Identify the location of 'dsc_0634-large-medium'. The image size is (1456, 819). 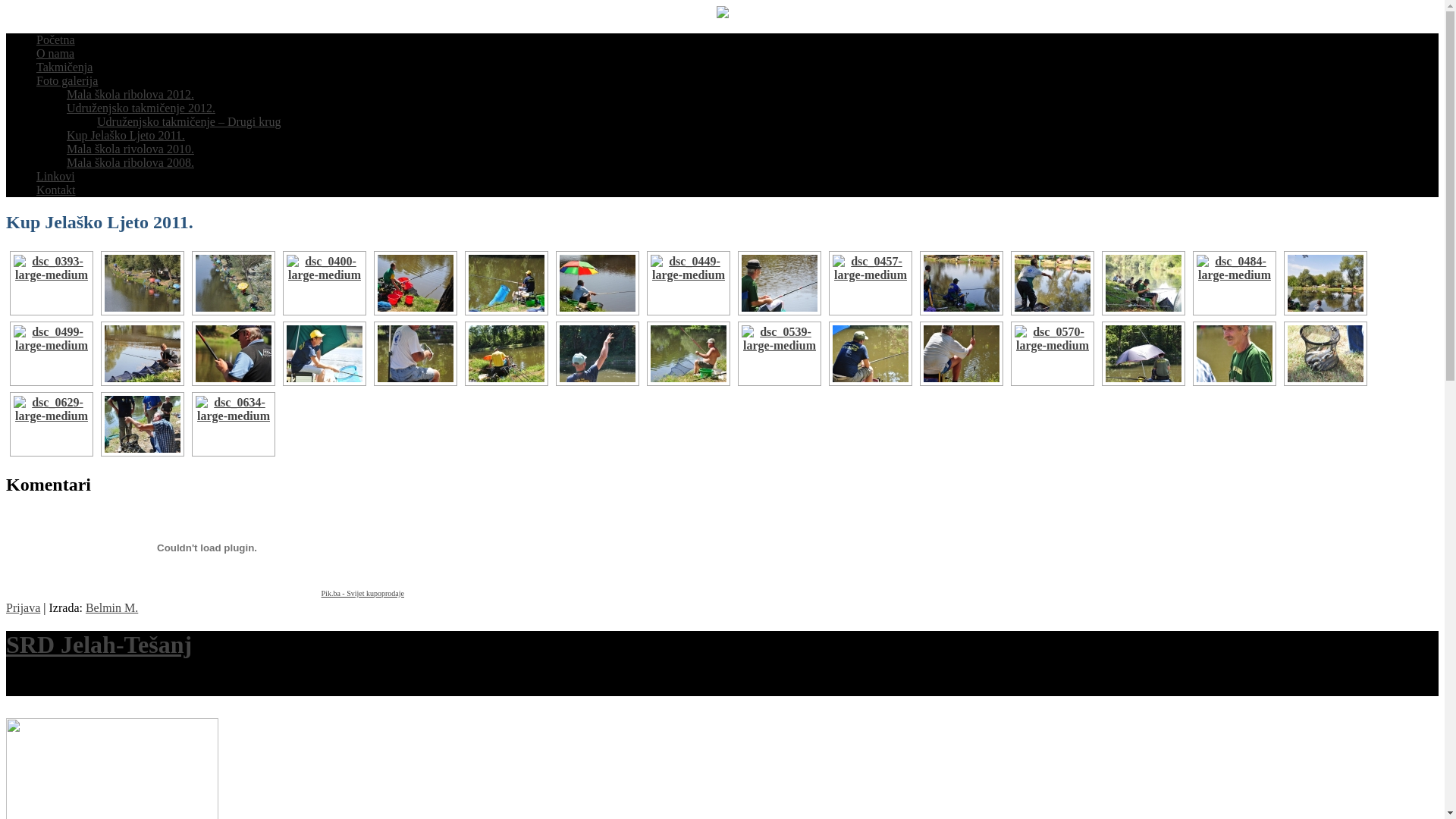
(232, 424).